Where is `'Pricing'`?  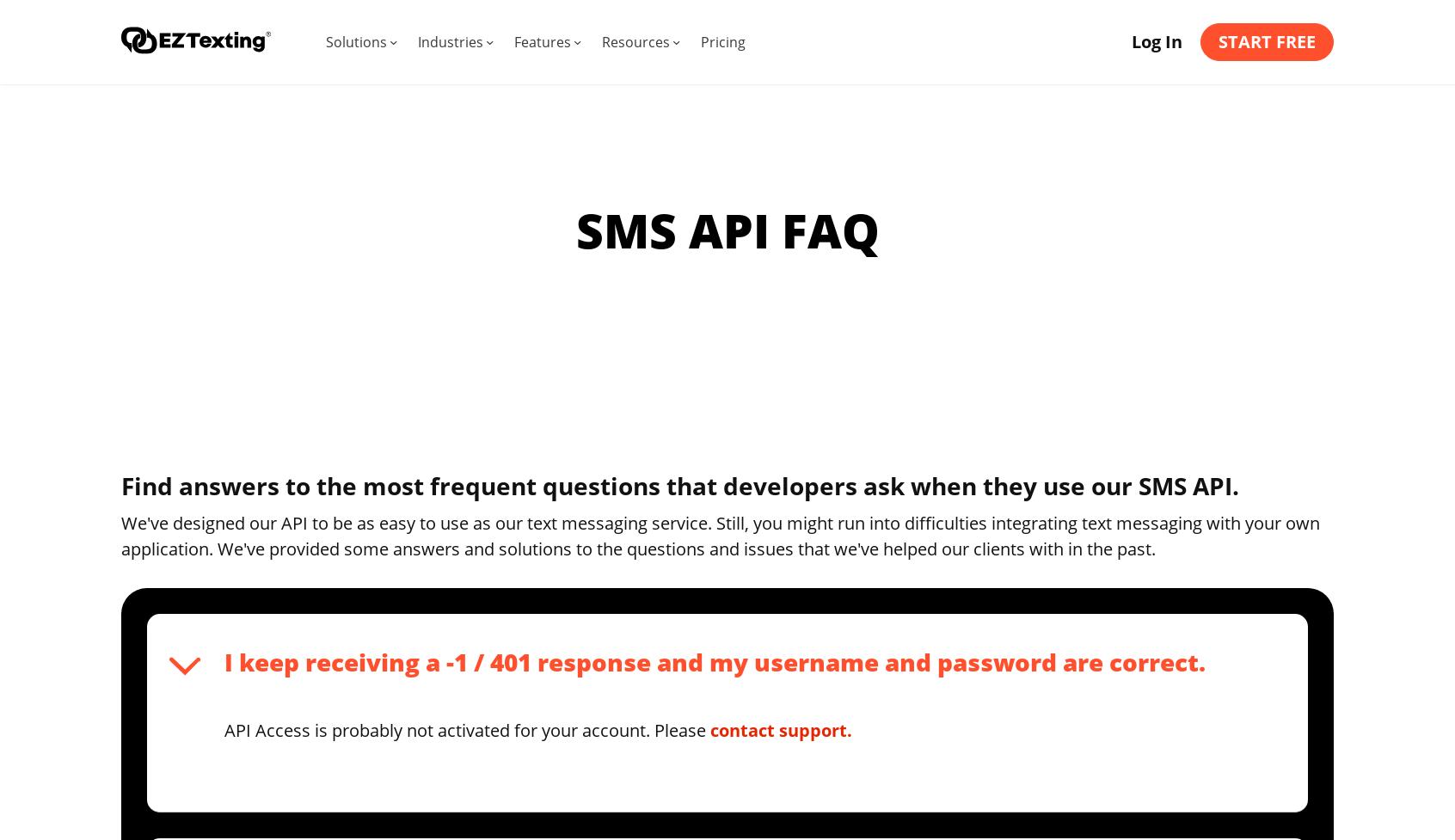
'Pricing' is located at coordinates (722, 42).